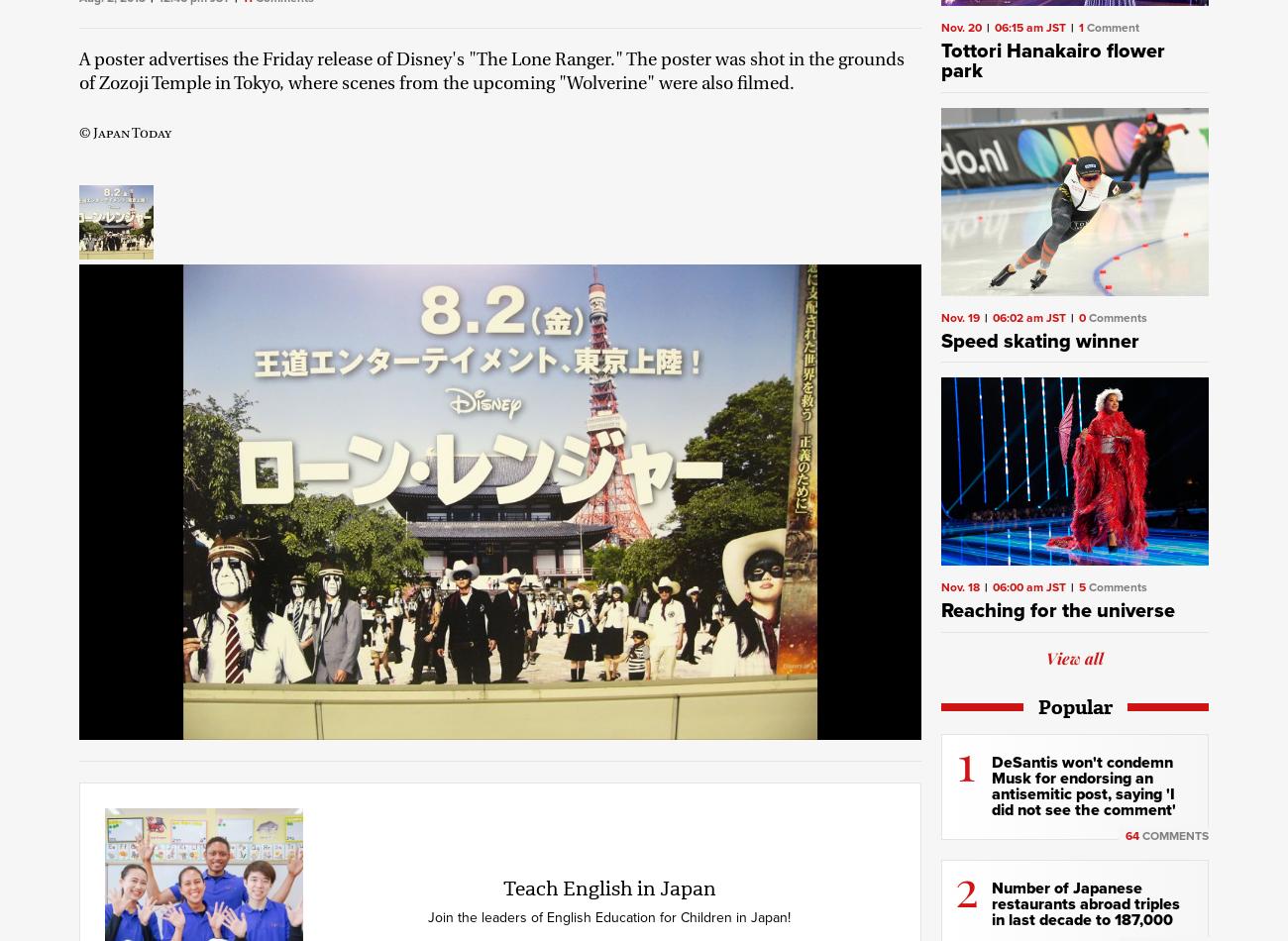  Describe the element at coordinates (1131, 834) in the screenshot. I see `'64'` at that location.